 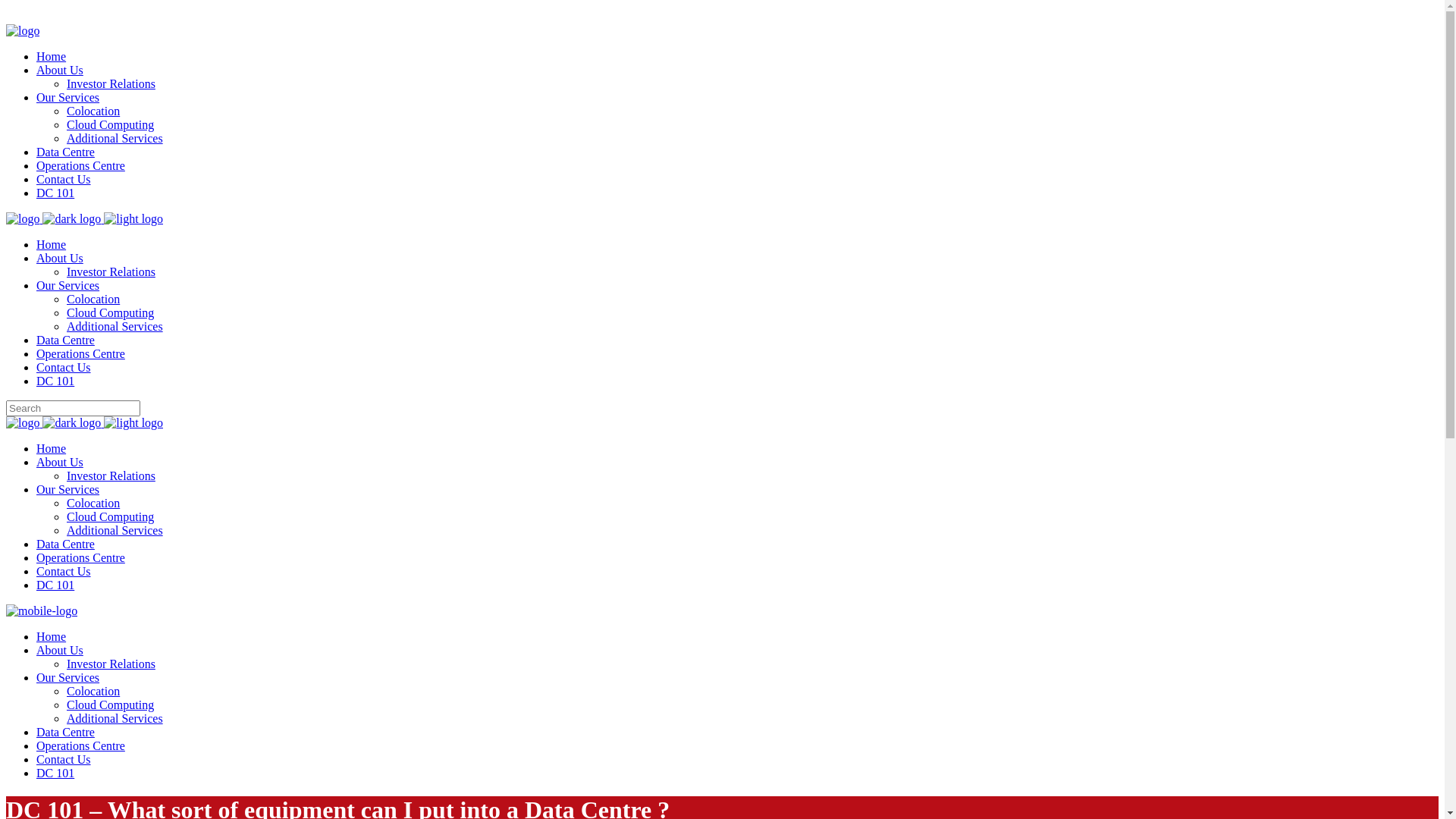 What do you see at coordinates (80, 165) in the screenshot?
I see `'Operations Centre'` at bounding box center [80, 165].